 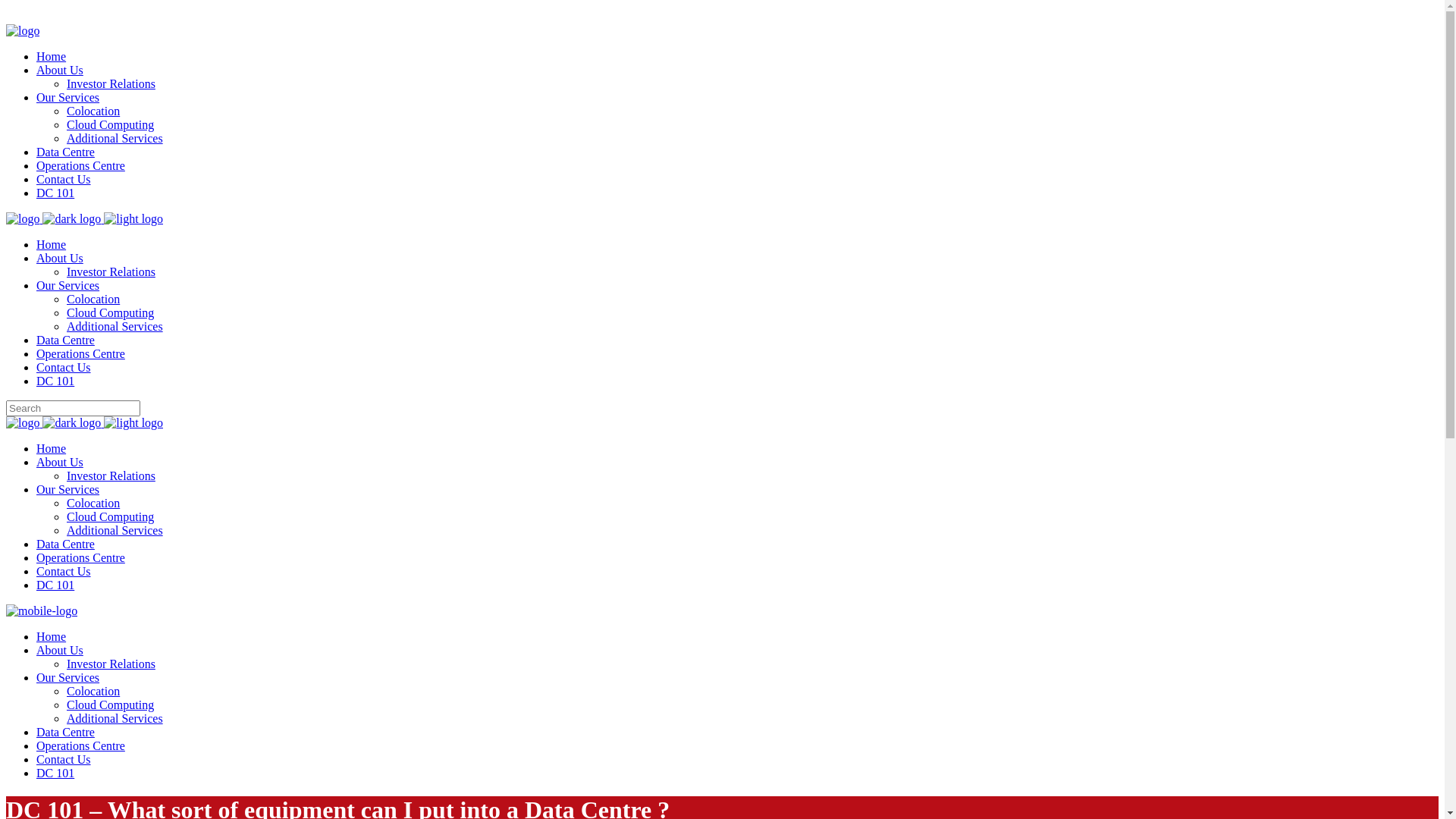 What do you see at coordinates (80, 165) in the screenshot?
I see `'Operations Centre'` at bounding box center [80, 165].